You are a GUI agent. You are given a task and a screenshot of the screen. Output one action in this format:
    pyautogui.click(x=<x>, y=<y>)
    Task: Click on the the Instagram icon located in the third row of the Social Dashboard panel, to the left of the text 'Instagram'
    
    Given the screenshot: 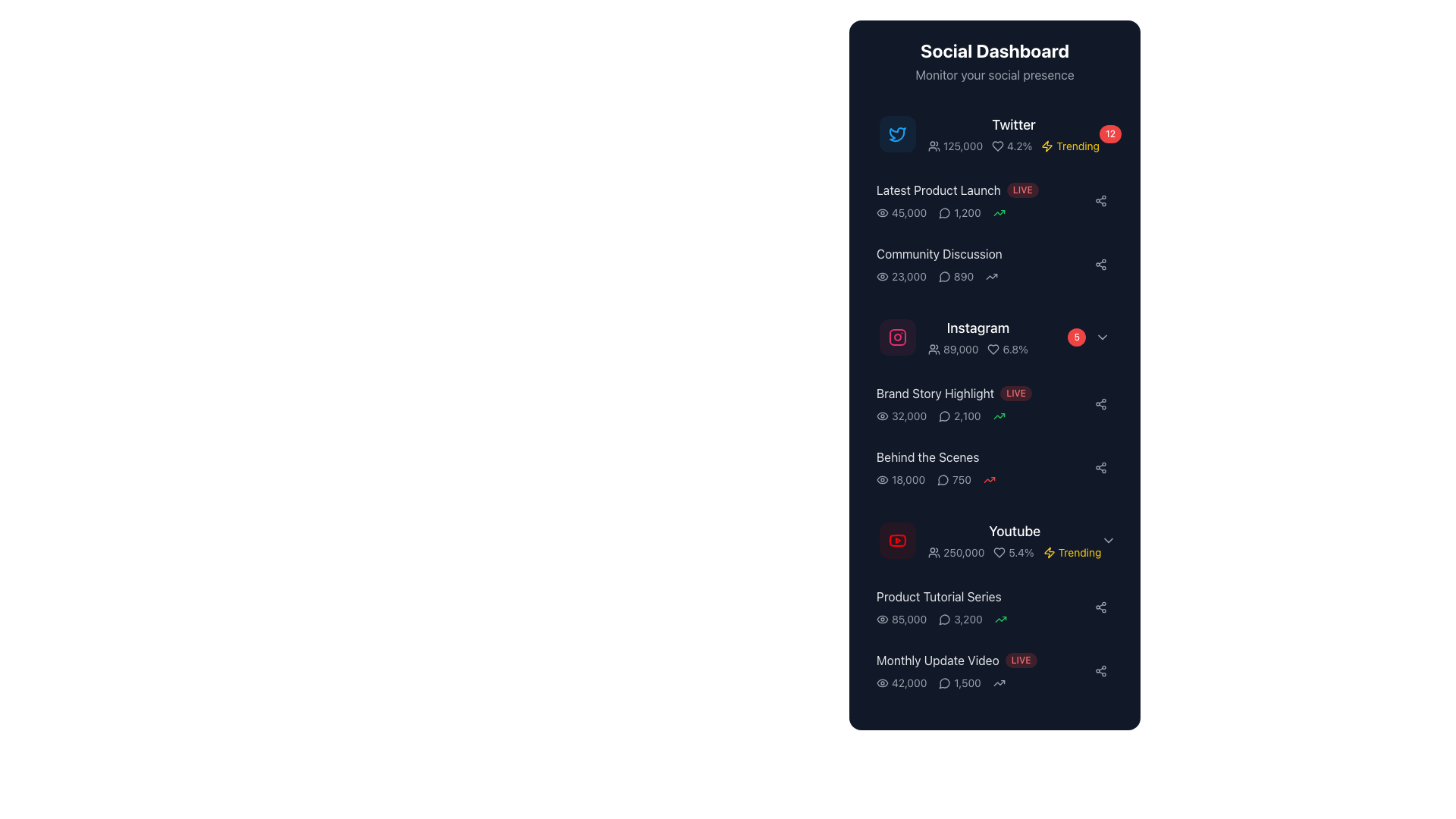 What is the action you would take?
    pyautogui.click(x=898, y=336)
    